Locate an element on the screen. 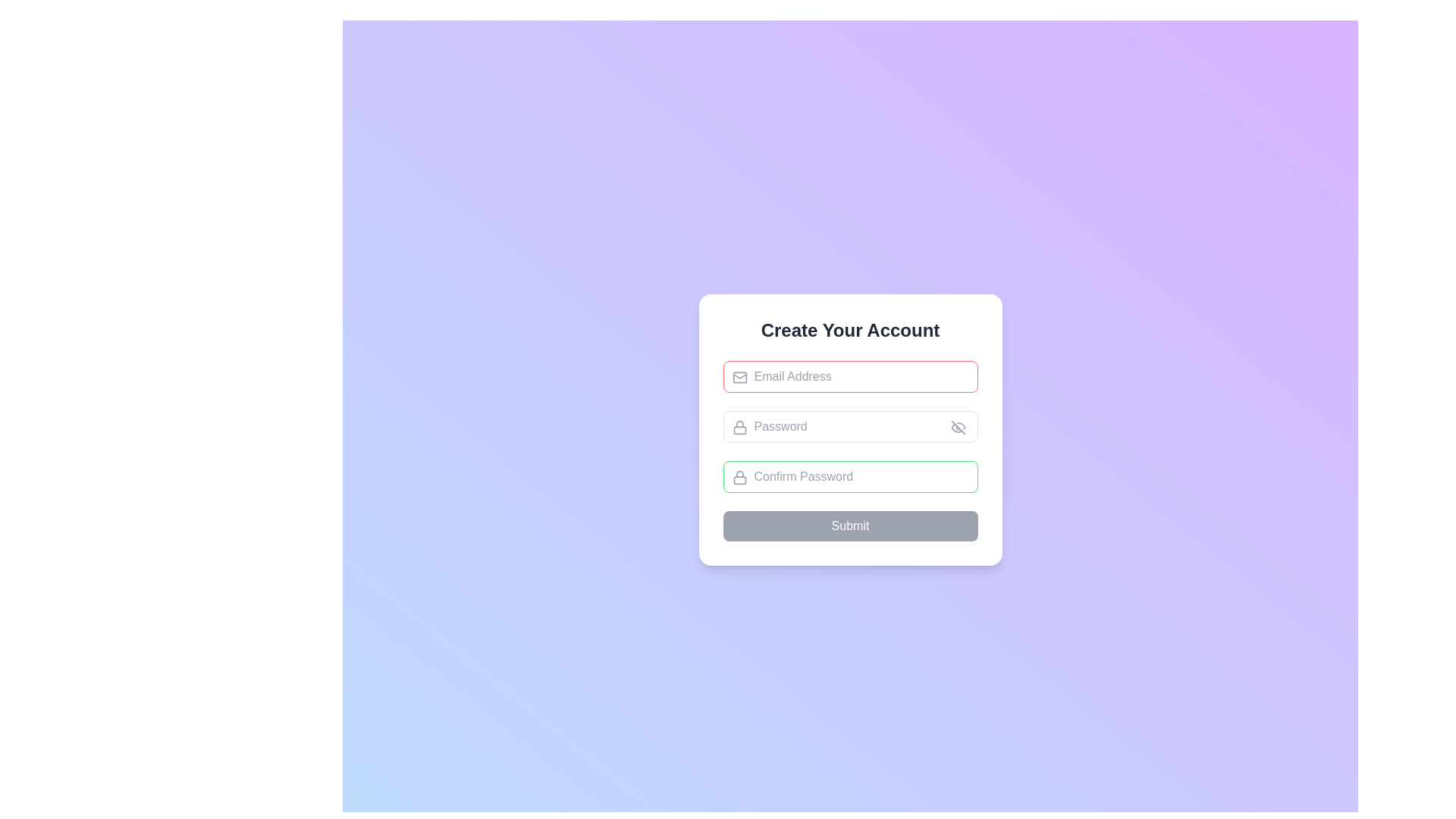  the bottom rectangular section of the padlock icon located within the 'Confirm Password' input field is located at coordinates (739, 480).